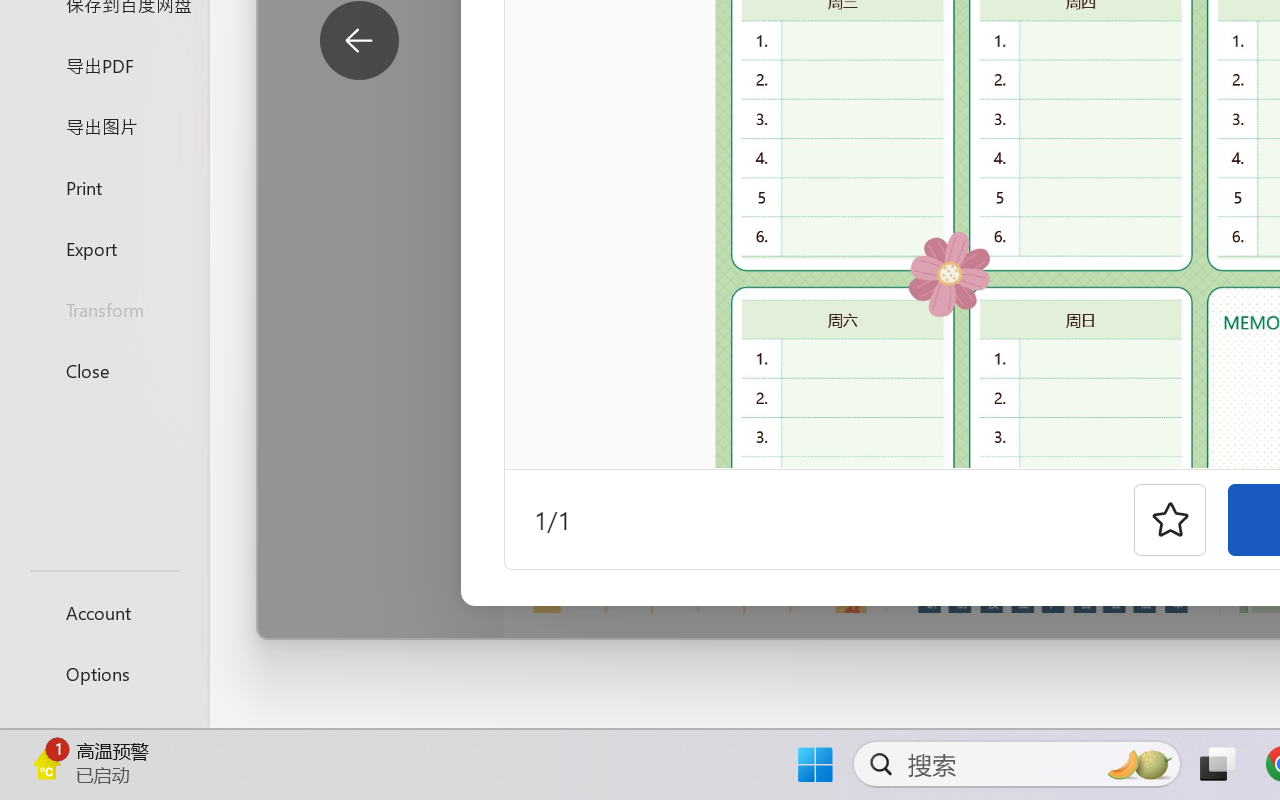 The height and width of the screenshot is (800, 1280). What do you see at coordinates (103, 186) in the screenshot?
I see `'Print'` at bounding box center [103, 186].